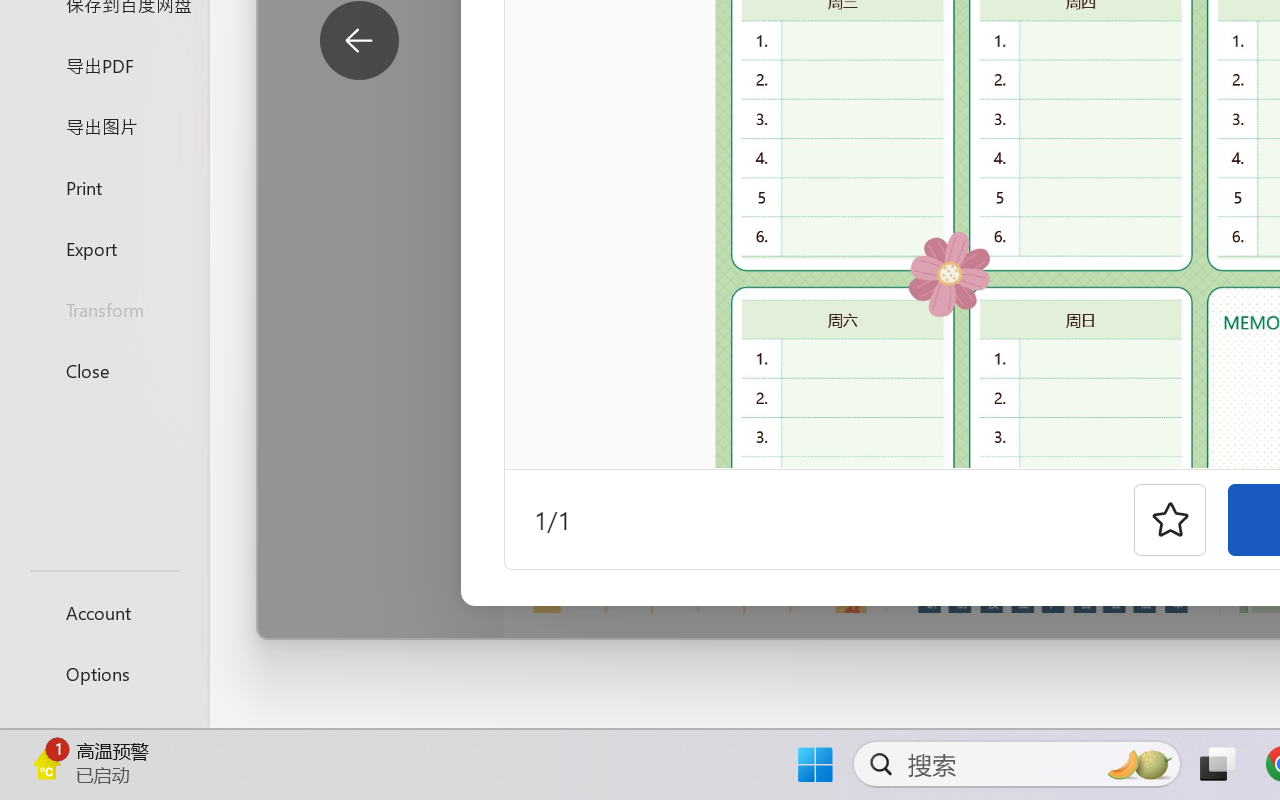 The height and width of the screenshot is (800, 1280). What do you see at coordinates (103, 186) in the screenshot?
I see `'Print'` at bounding box center [103, 186].